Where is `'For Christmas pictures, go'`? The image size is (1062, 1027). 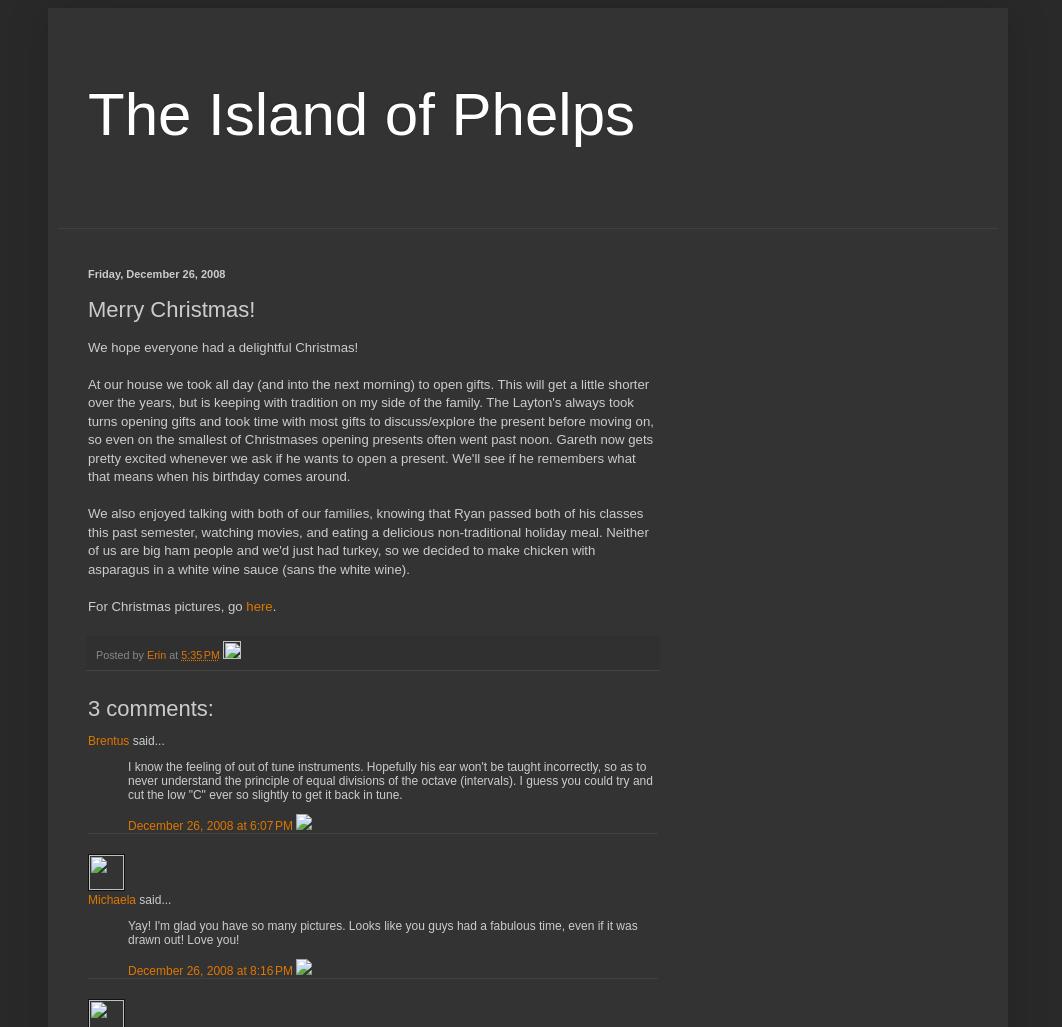 'For Christmas pictures, go' is located at coordinates (167, 605).